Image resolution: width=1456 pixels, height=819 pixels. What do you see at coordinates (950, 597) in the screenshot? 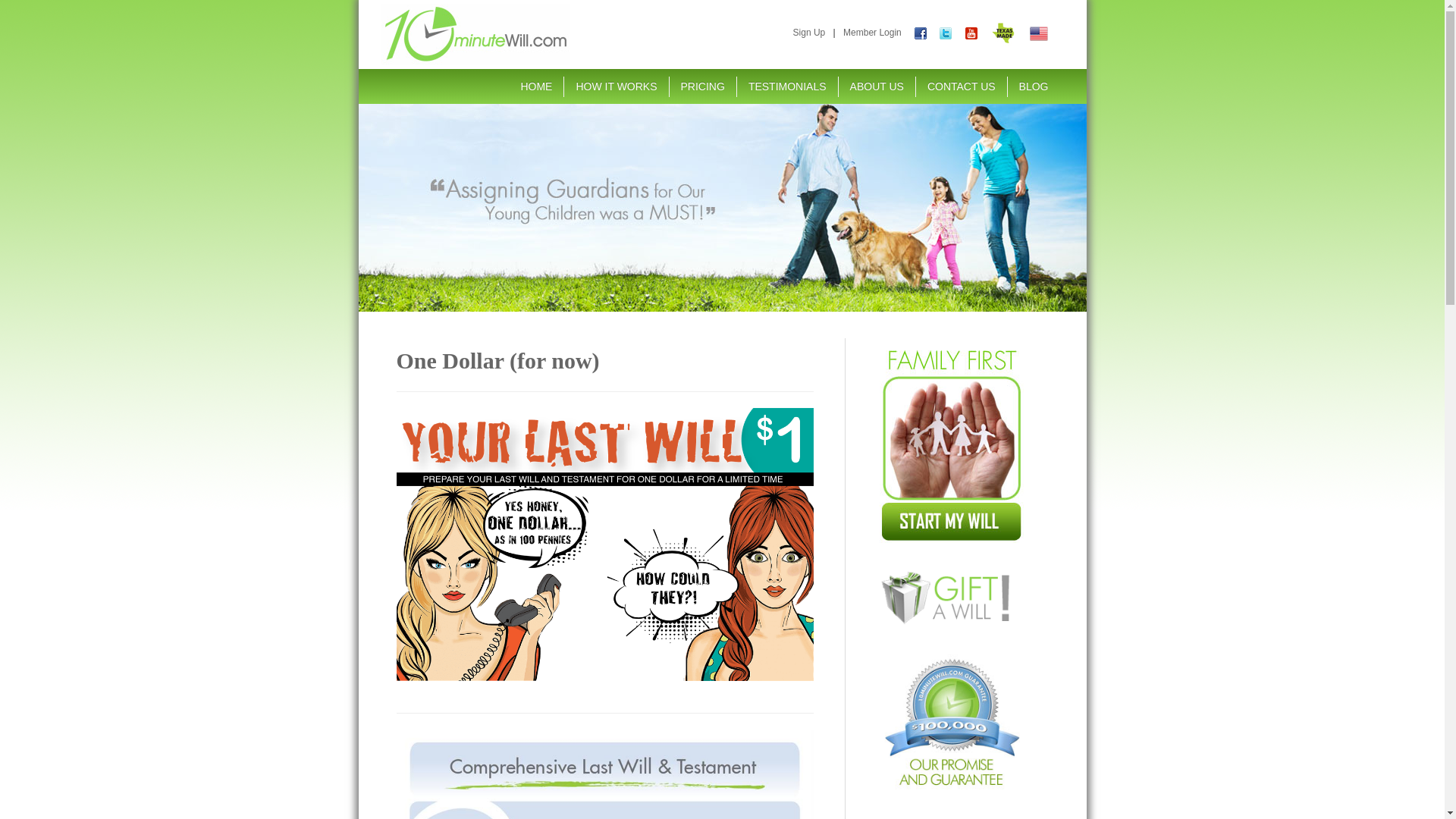
I see `'Gift A Will'` at bounding box center [950, 597].